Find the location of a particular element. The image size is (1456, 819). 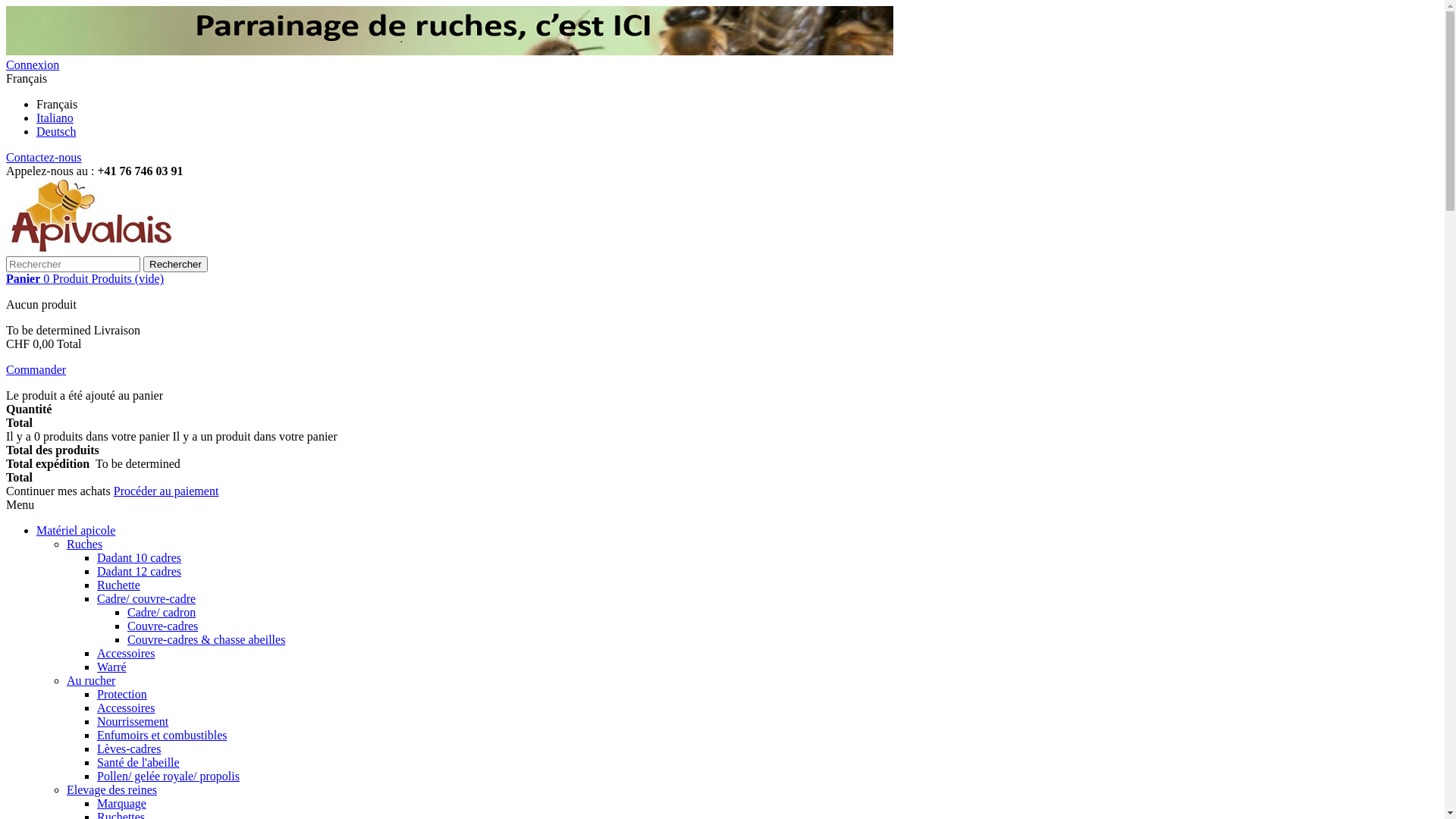

'Au rucher' is located at coordinates (90, 679).